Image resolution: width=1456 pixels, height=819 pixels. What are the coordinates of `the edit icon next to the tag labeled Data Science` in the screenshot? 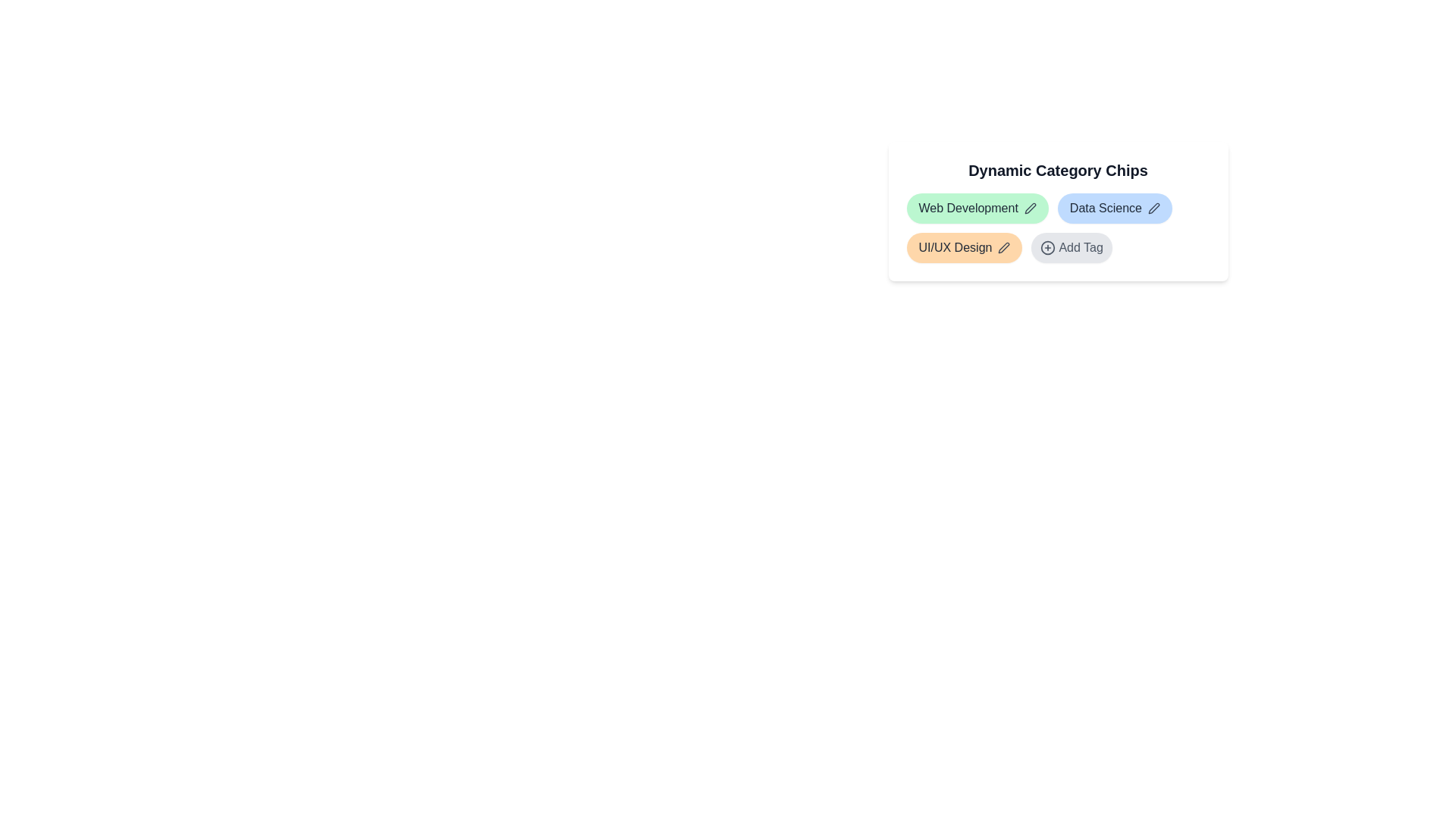 It's located at (1153, 208).